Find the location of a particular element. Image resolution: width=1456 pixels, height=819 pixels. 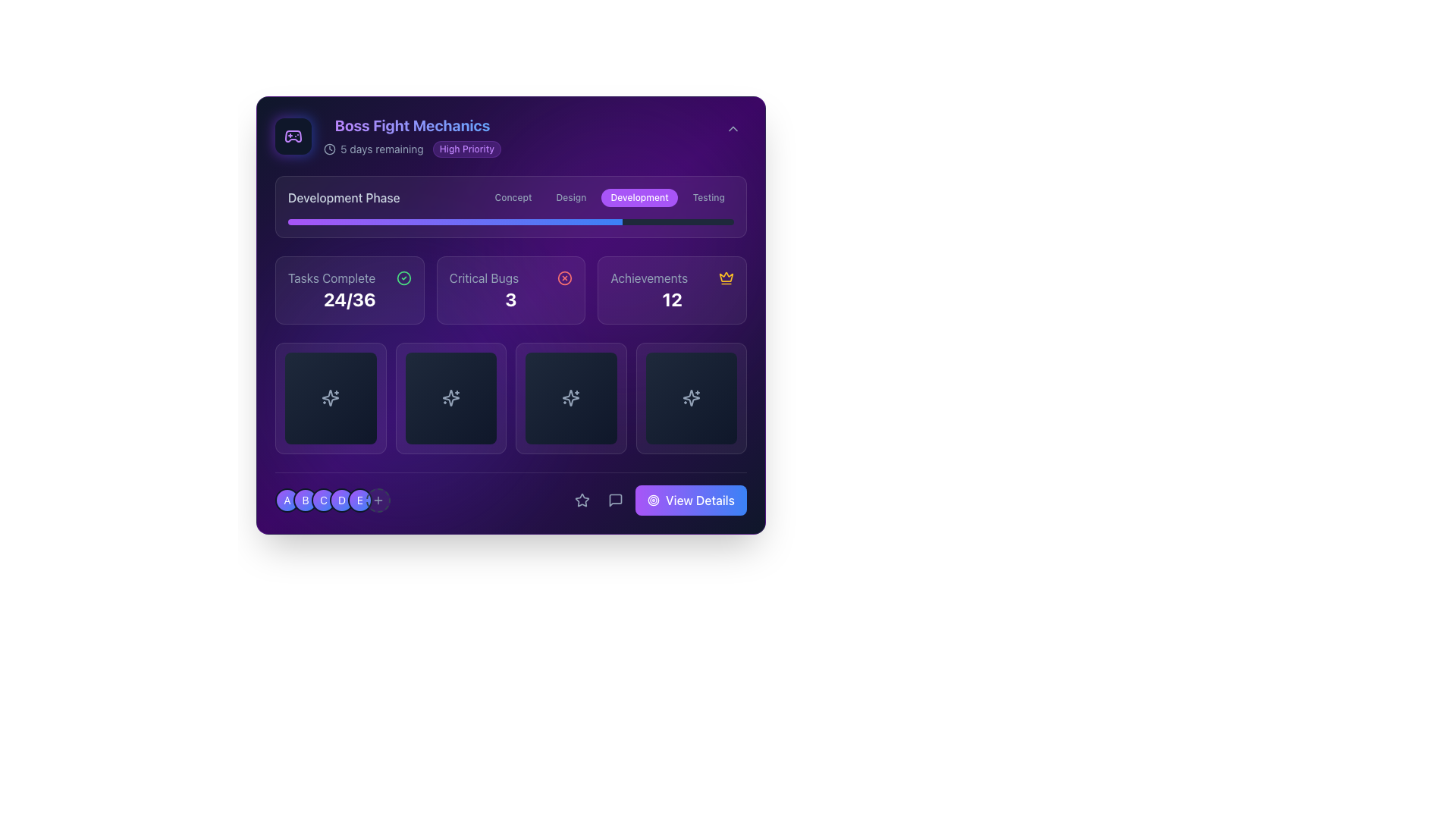

the 'Concept' button is located at coordinates (513, 197).